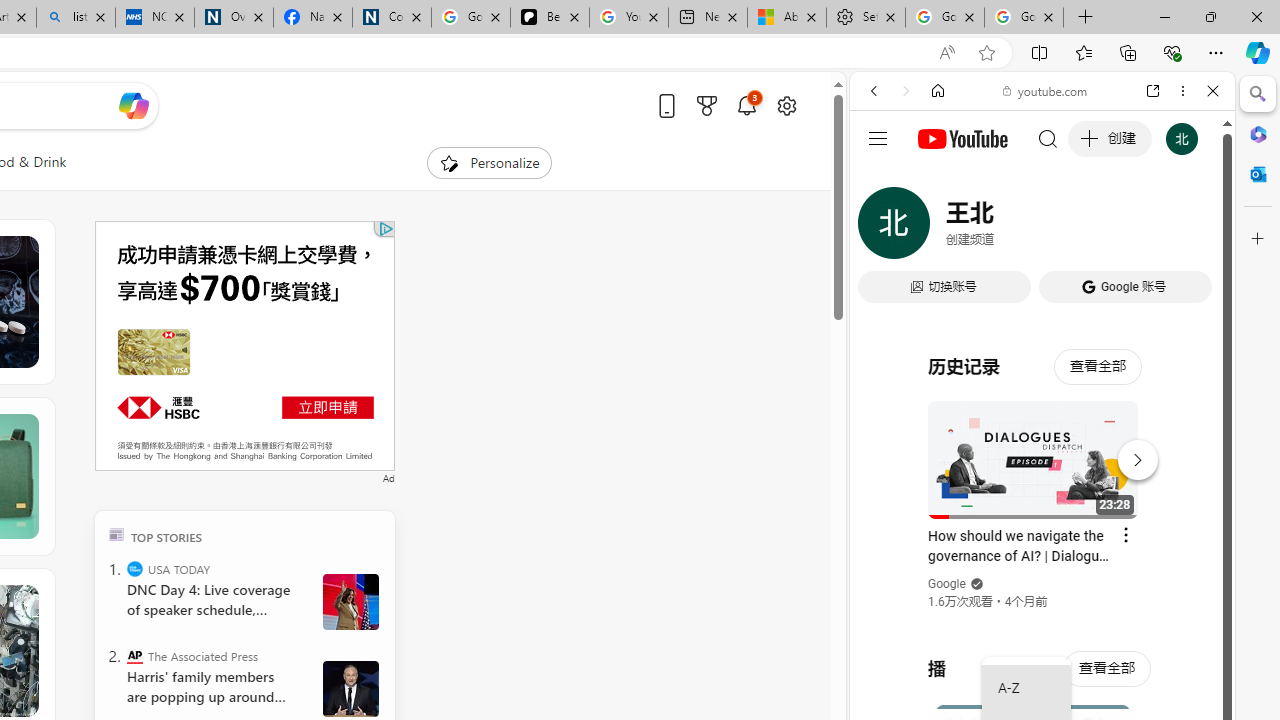  I want to click on 'Google', so click(946, 584).